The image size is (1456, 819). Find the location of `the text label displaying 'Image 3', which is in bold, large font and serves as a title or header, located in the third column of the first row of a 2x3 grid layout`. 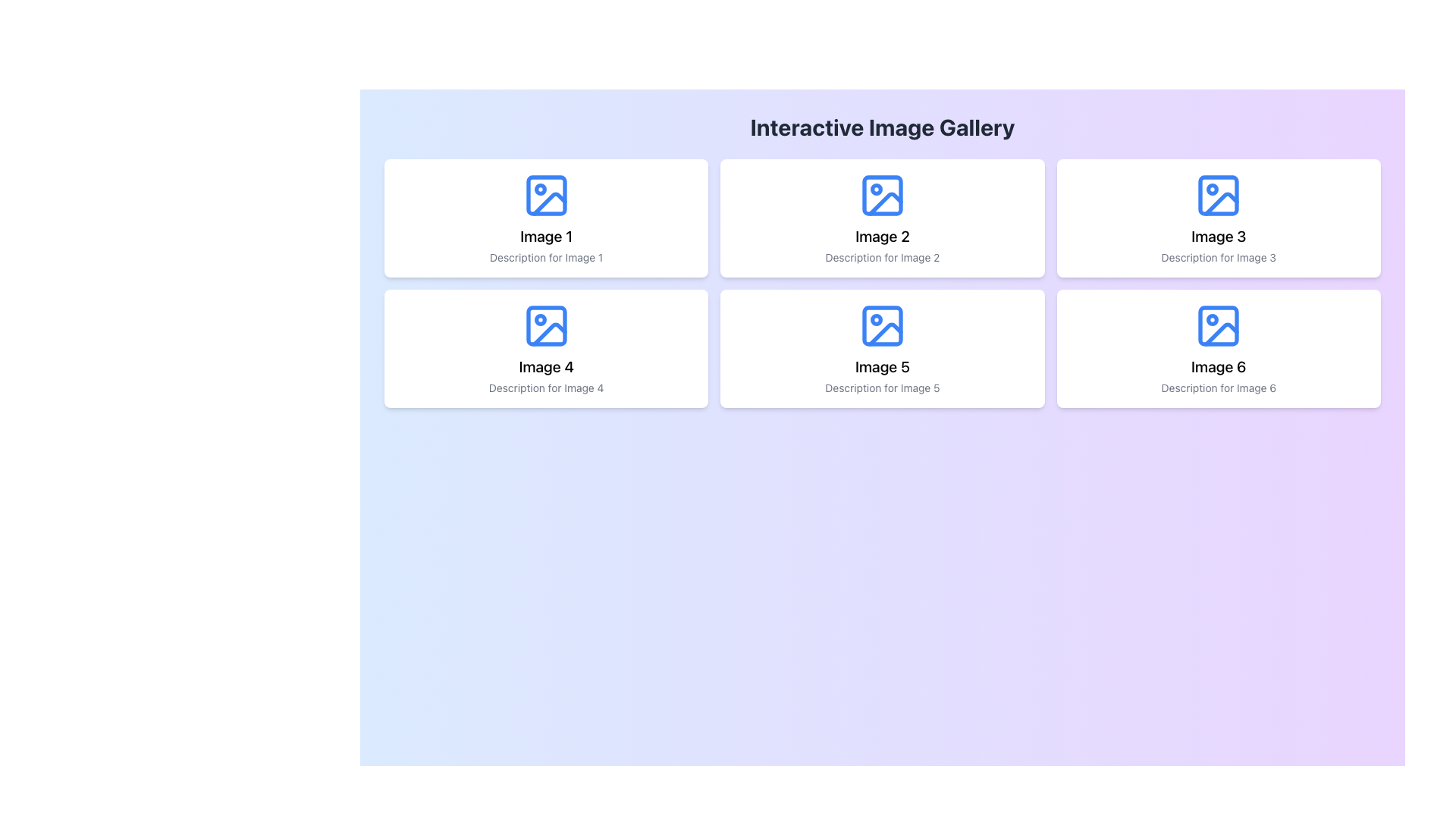

the text label displaying 'Image 3', which is in bold, large font and serves as a title or header, located in the third column of the first row of a 2x3 grid layout is located at coordinates (1219, 237).